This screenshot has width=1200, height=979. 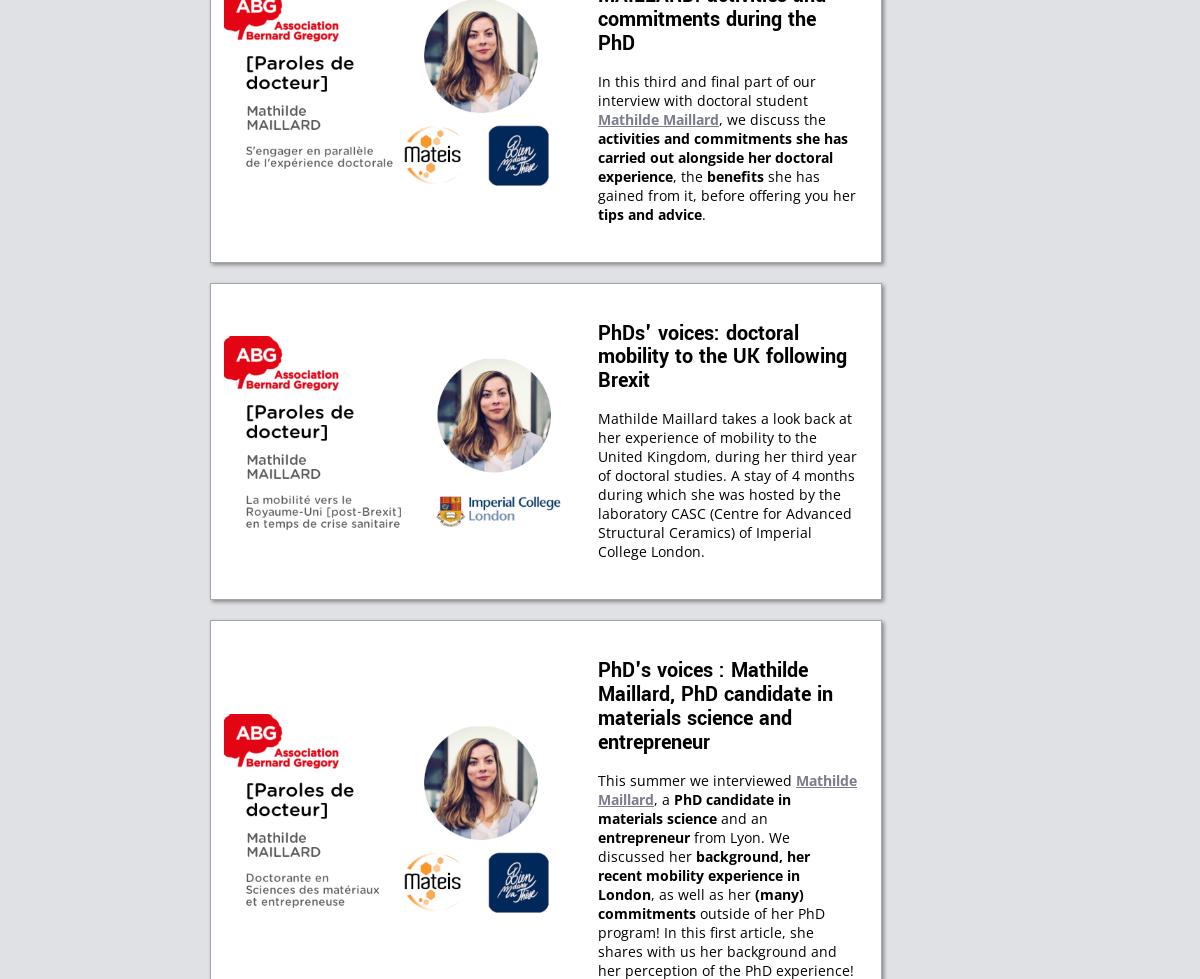 What do you see at coordinates (735, 175) in the screenshot?
I see `'benefits'` at bounding box center [735, 175].